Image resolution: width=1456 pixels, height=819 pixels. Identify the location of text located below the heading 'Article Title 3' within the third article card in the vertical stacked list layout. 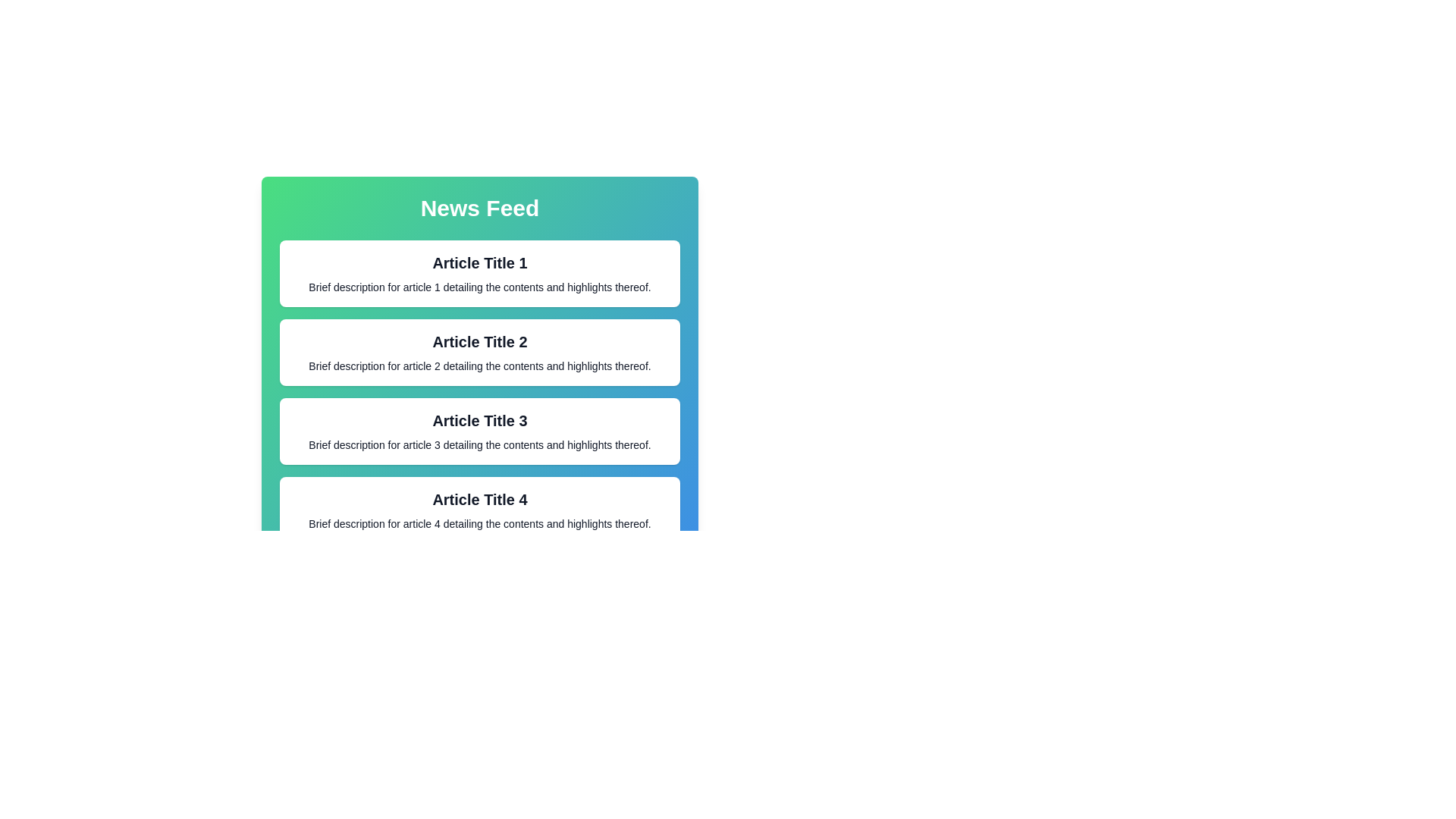
(479, 444).